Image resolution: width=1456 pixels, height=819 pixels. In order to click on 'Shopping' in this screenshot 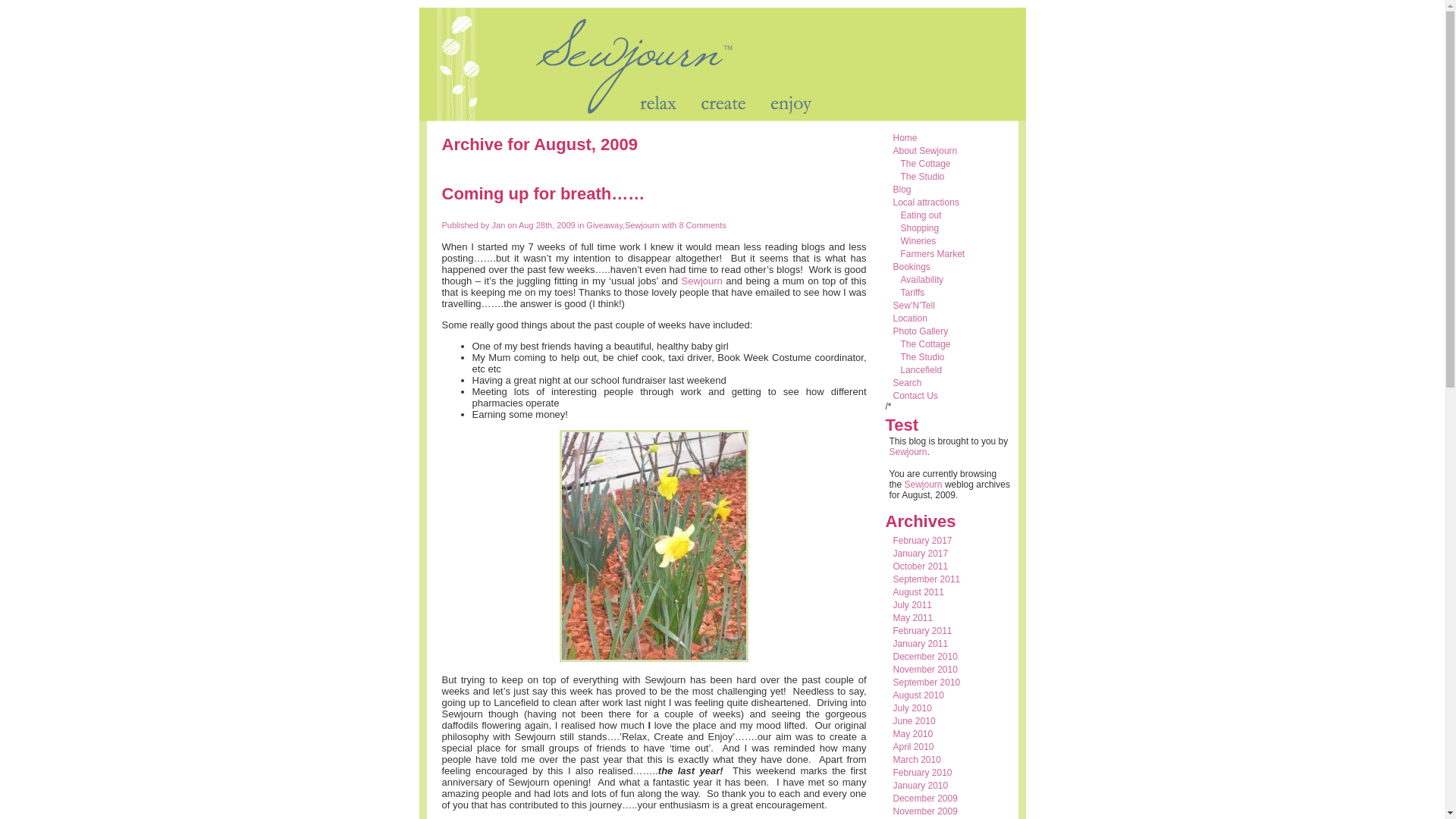, I will do `click(919, 227)`.